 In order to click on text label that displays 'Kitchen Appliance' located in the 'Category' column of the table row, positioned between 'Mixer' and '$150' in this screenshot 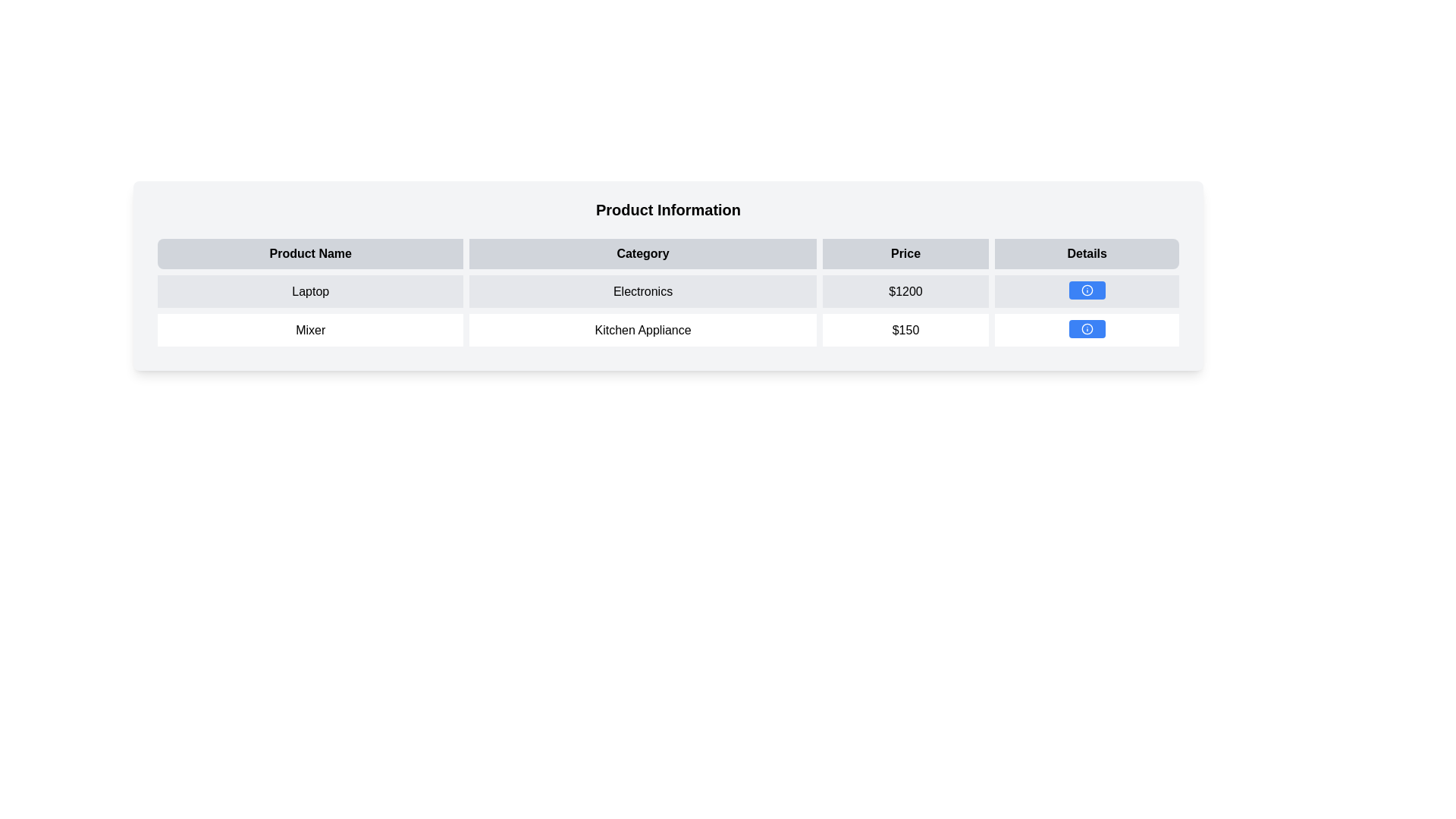, I will do `click(643, 329)`.